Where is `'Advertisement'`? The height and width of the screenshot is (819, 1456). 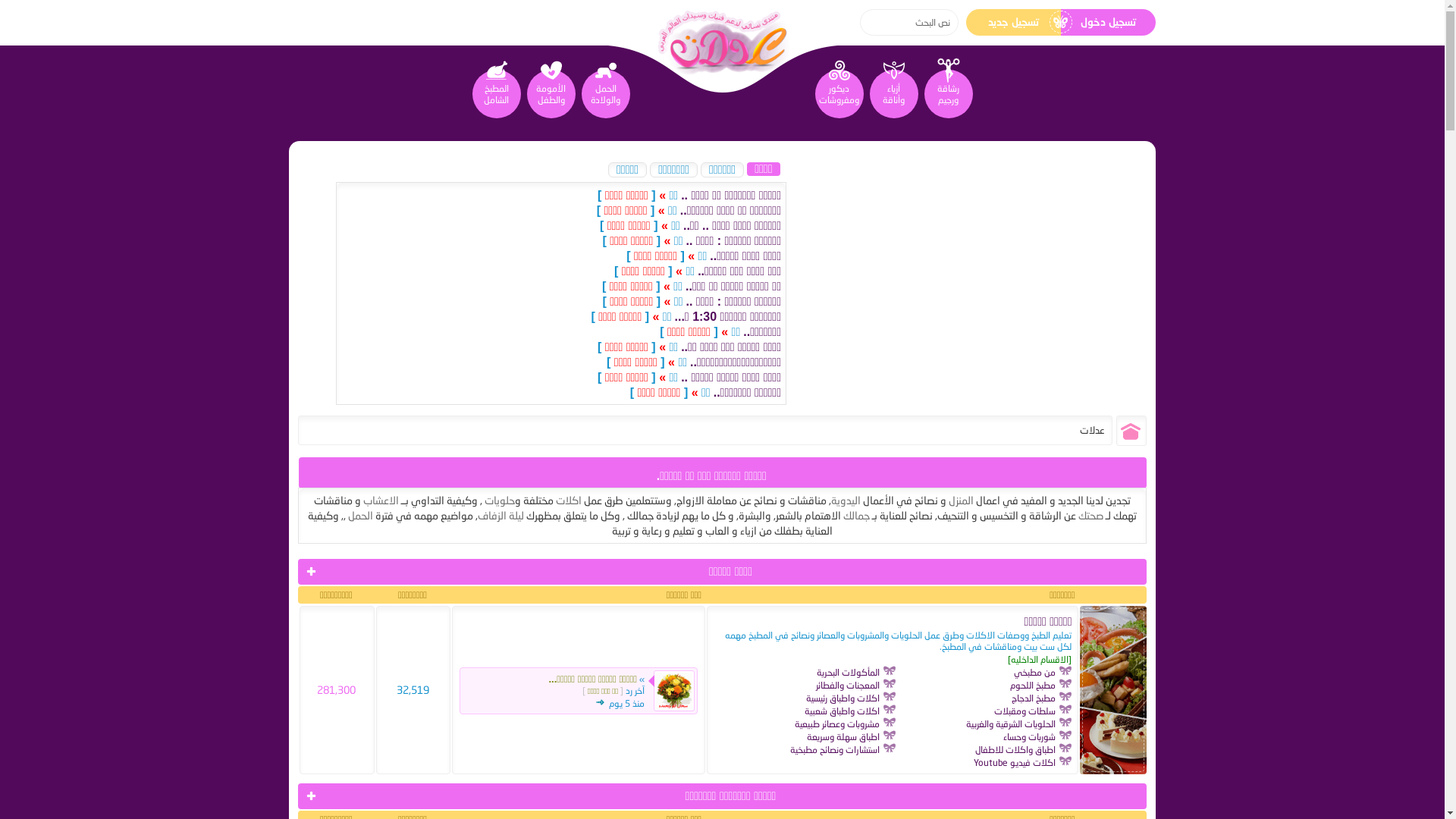 'Advertisement' is located at coordinates (927, 289).